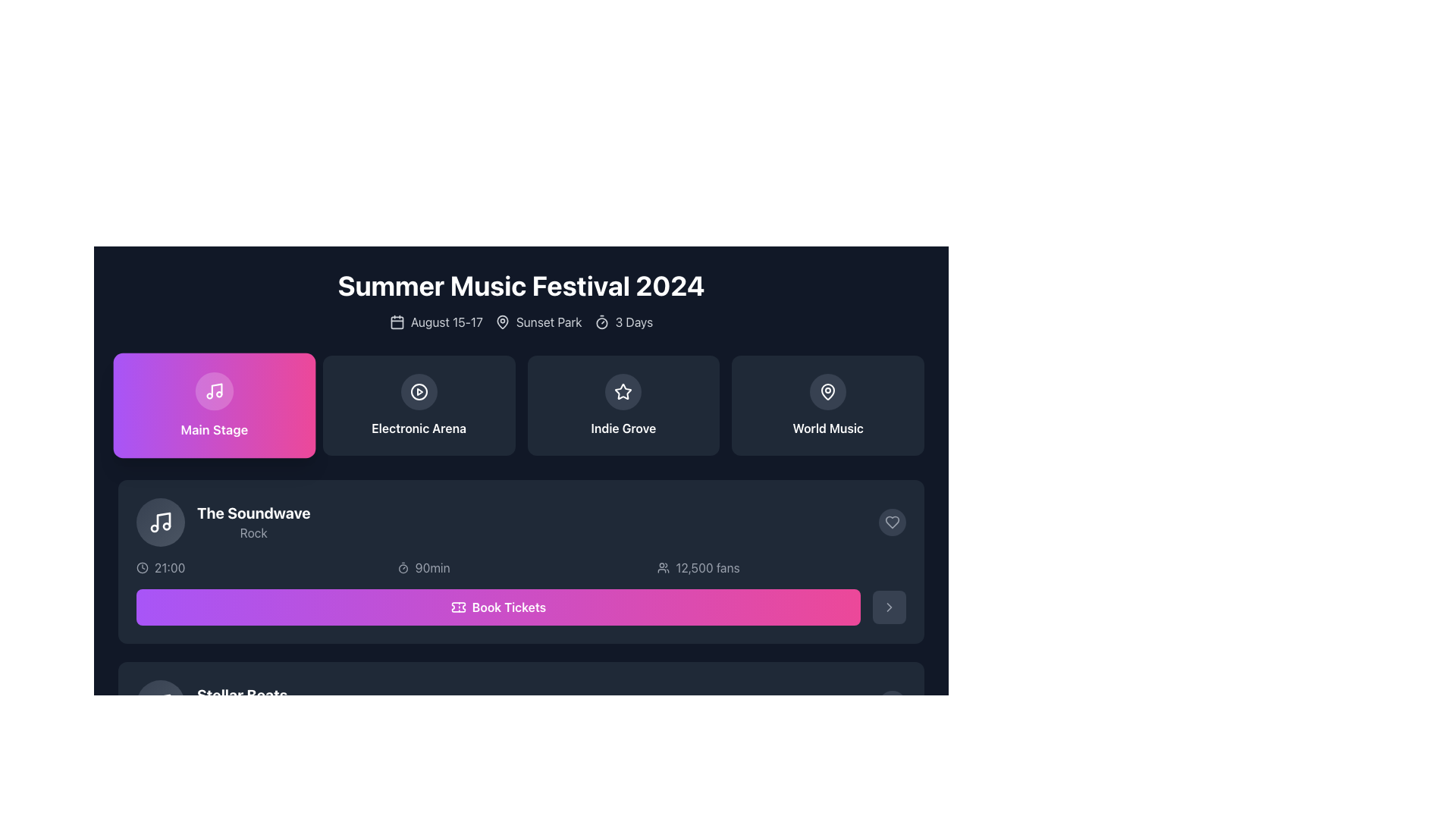 The height and width of the screenshot is (819, 1456). What do you see at coordinates (889, 607) in the screenshot?
I see `the navigational button located to the right of the 'Book Tickets' button` at bounding box center [889, 607].